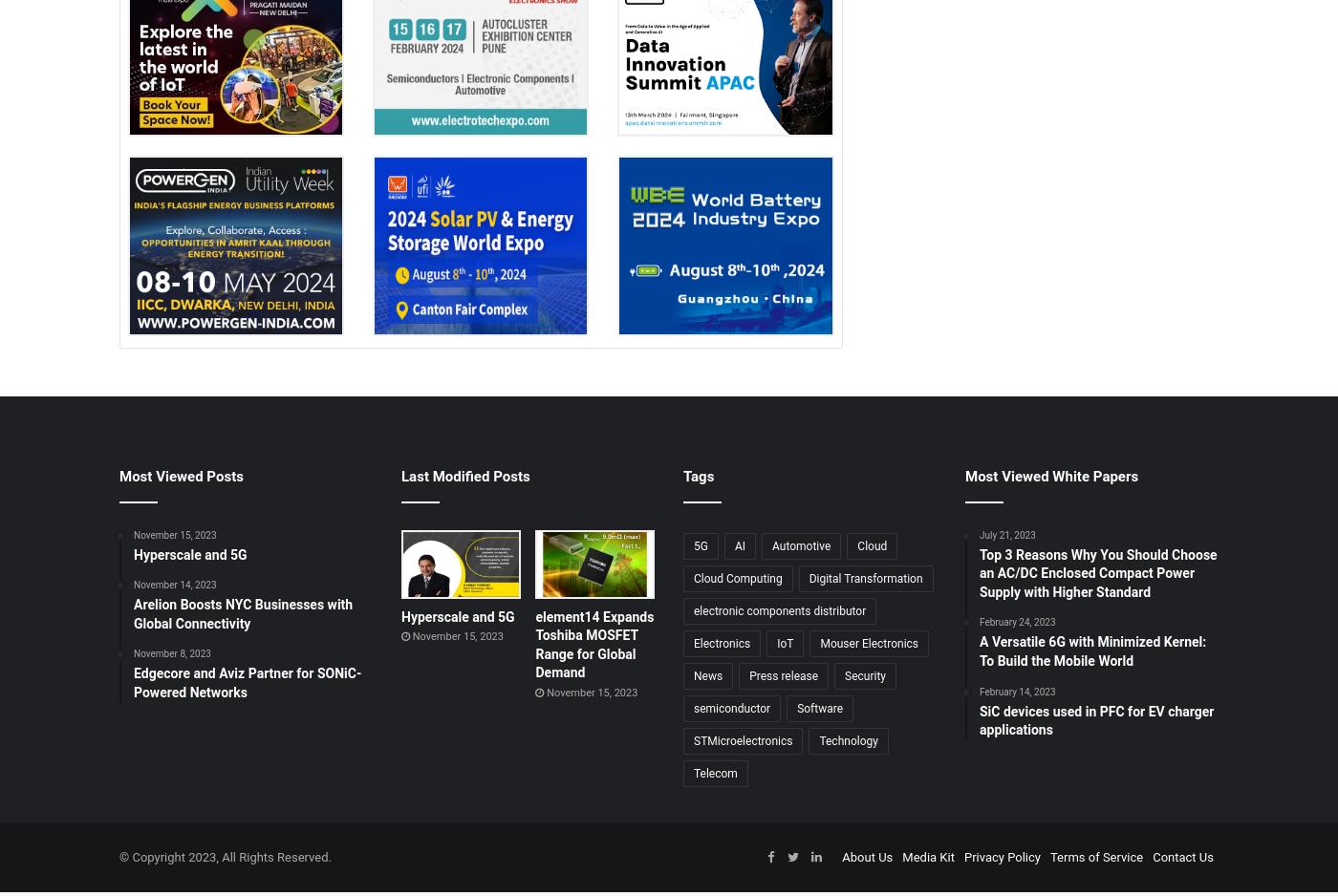  Describe the element at coordinates (1007, 534) in the screenshot. I see `'July 21, 2023'` at that location.